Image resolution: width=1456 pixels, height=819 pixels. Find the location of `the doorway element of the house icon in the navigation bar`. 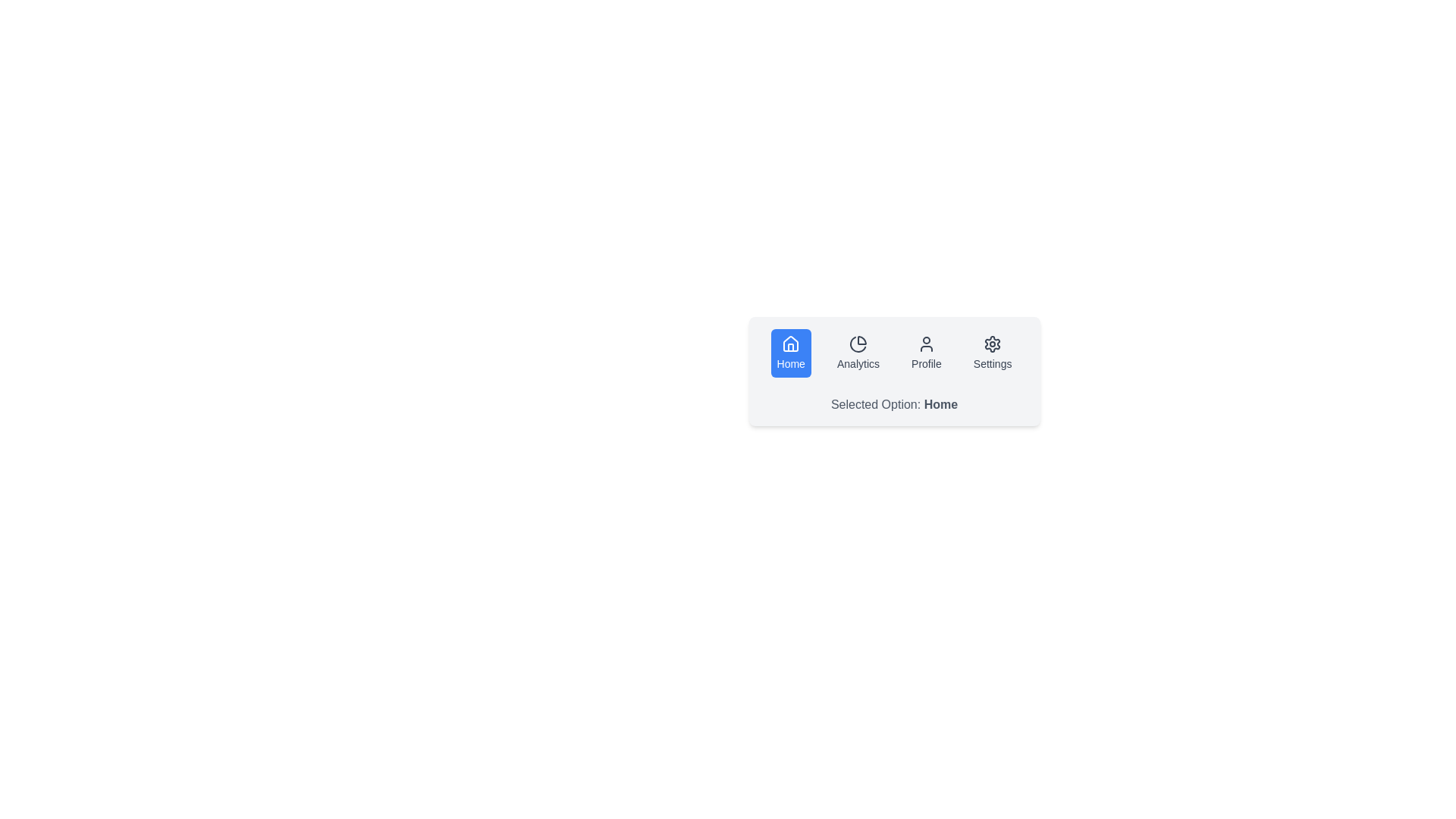

the doorway element of the house icon in the navigation bar is located at coordinates (790, 347).